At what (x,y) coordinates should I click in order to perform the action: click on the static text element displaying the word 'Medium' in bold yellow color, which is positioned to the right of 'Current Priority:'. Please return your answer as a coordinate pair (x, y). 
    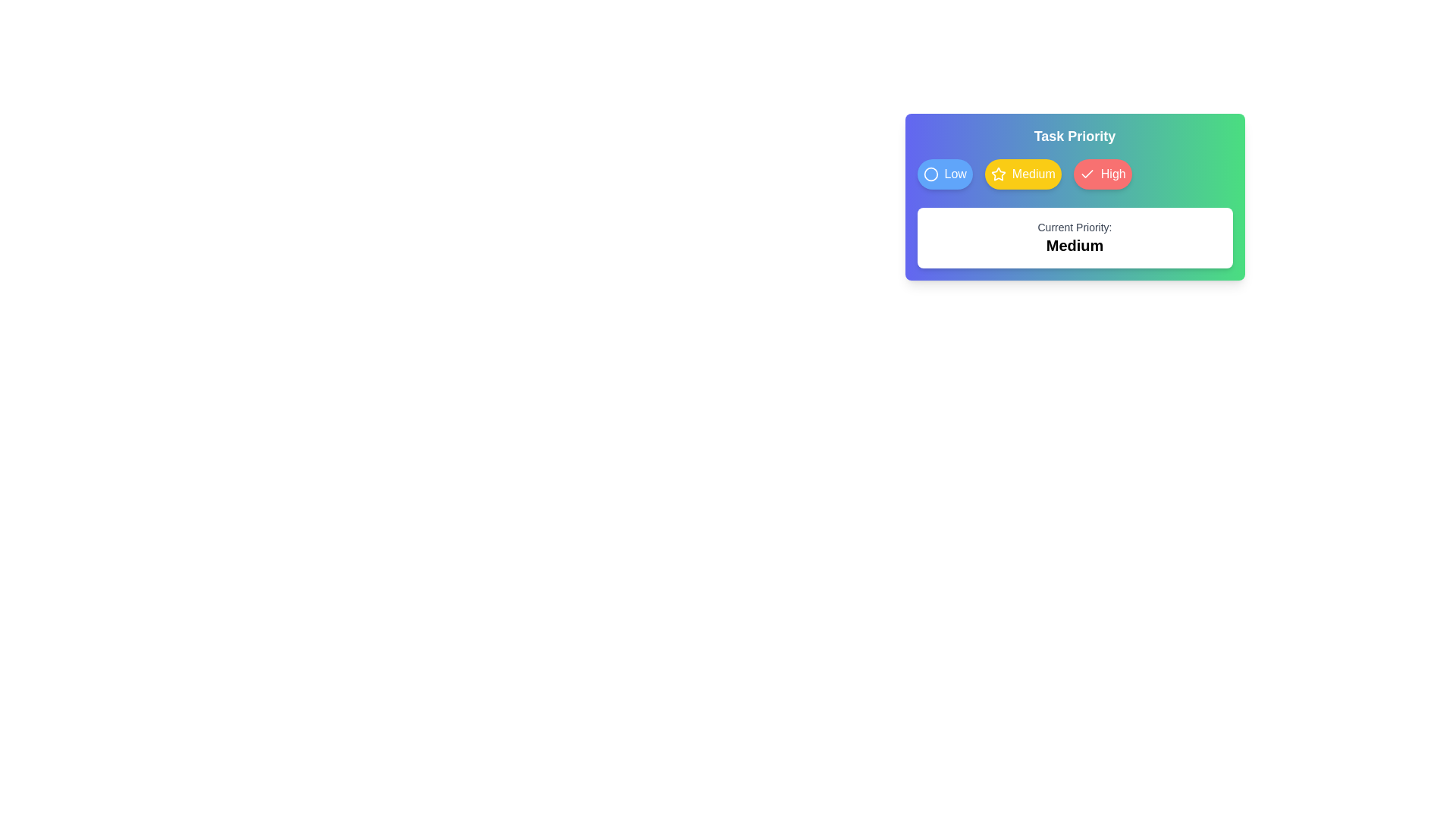
    Looking at the image, I should click on (1074, 245).